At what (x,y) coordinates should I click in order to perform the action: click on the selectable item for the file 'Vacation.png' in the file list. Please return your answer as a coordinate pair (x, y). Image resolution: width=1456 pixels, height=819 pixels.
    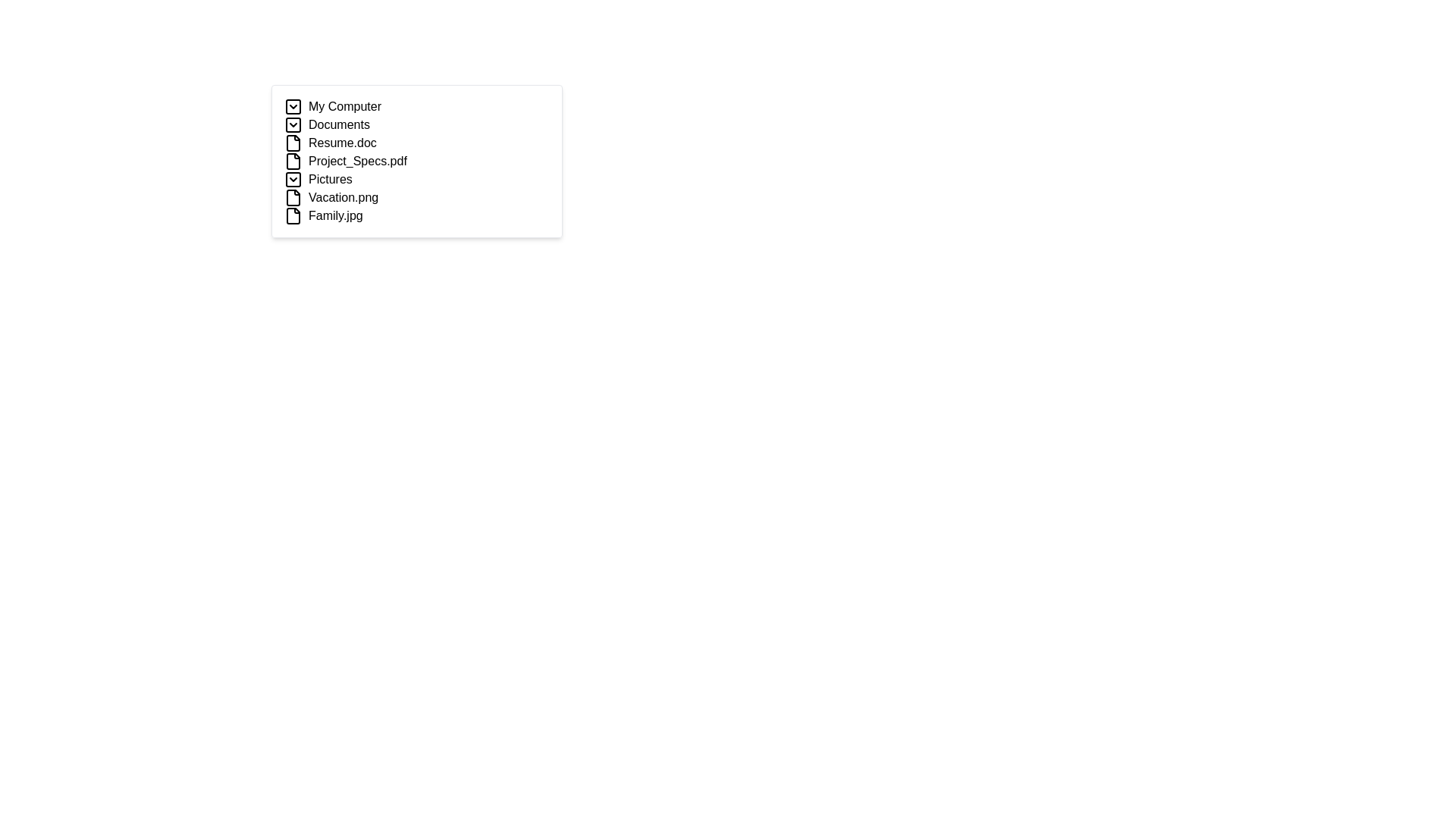
    Looking at the image, I should click on (417, 197).